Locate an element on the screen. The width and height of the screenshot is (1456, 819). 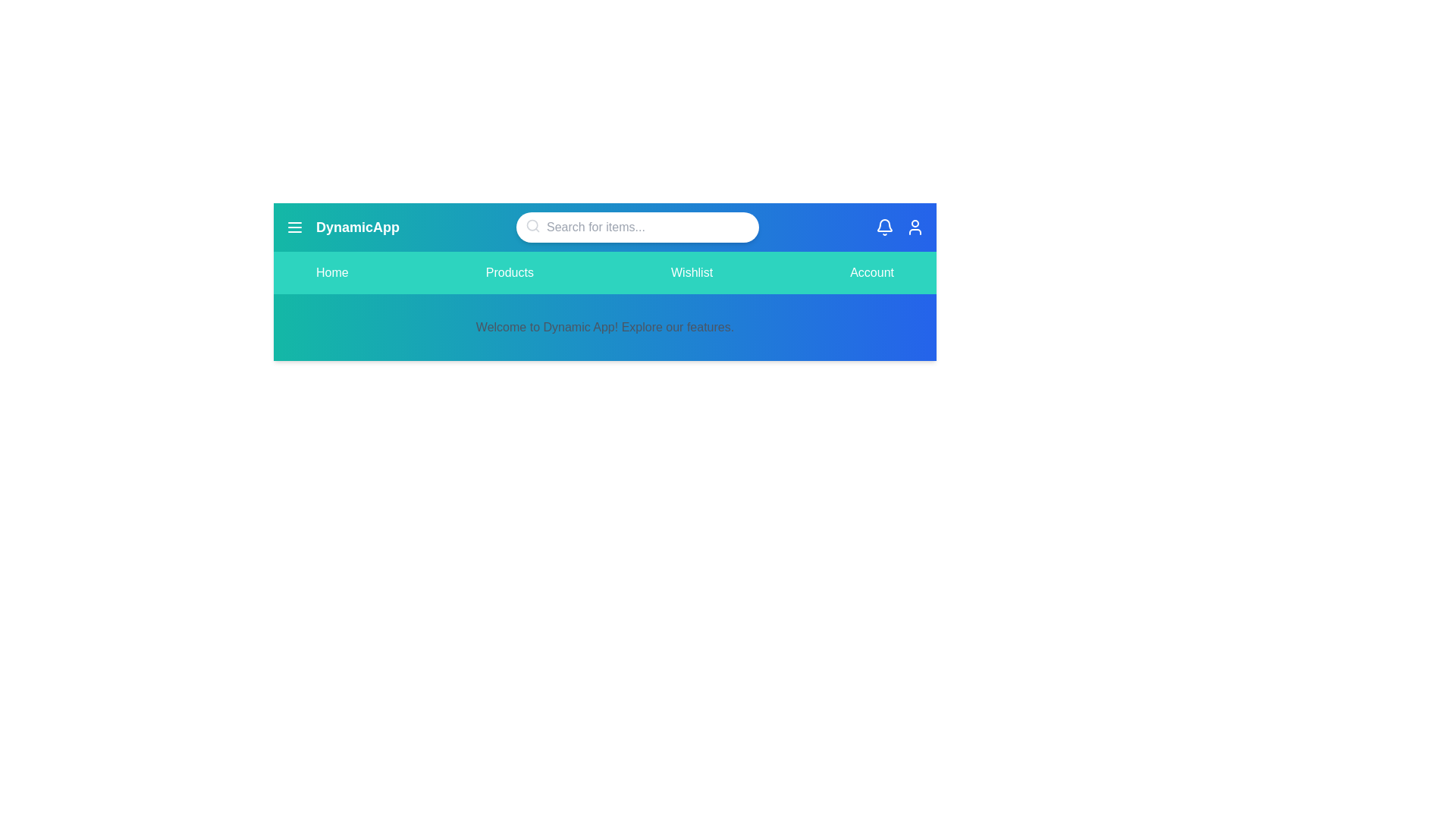
the Home tab is located at coordinates (331, 271).